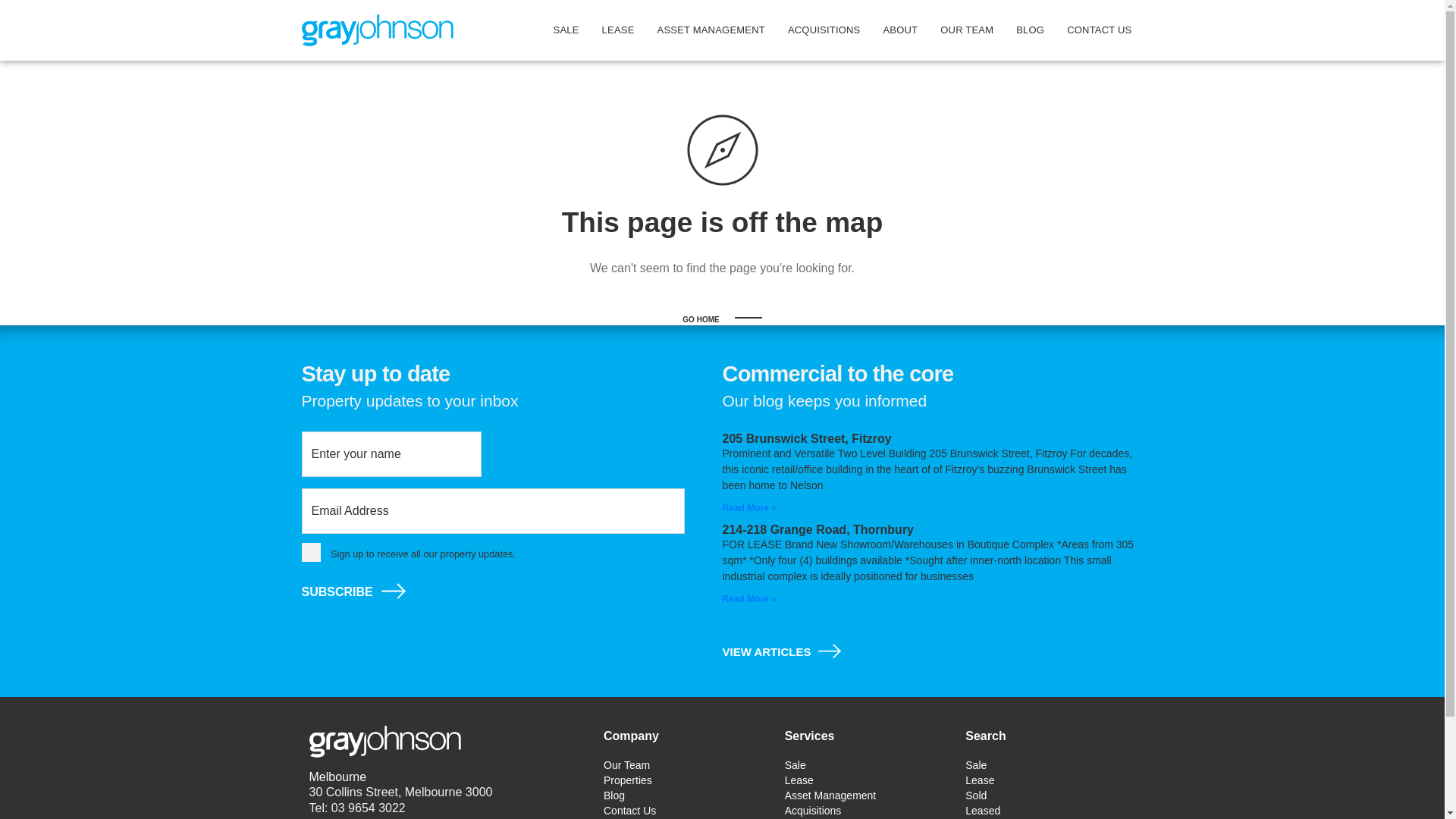 This screenshot has width=1456, height=819. What do you see at coordinates (603, 780) in the screenshot?
I see `'Properties'` at bounding box center [603, 780].